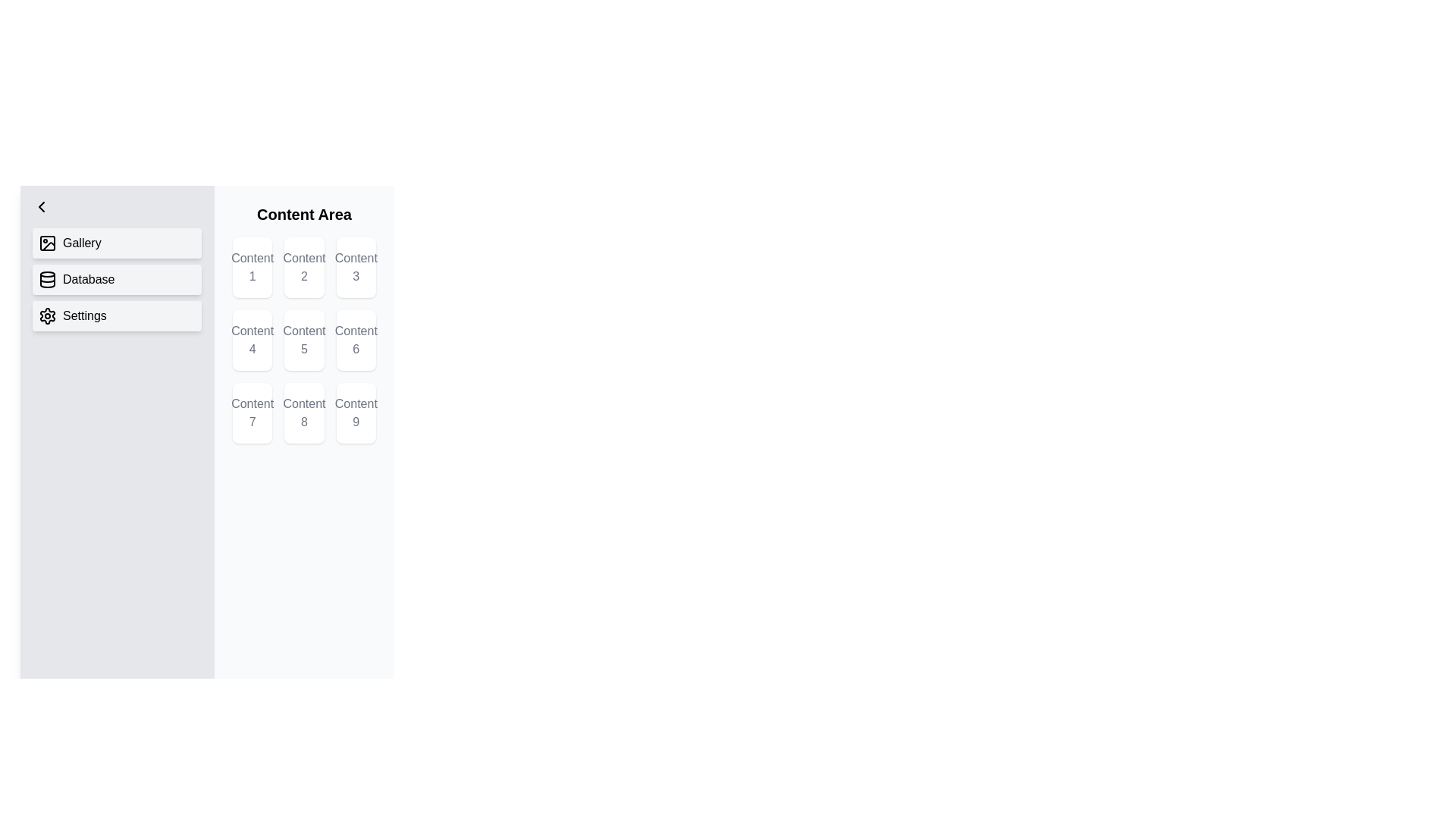 The height and width of the screenshot is (819, 1456). What do you see at coordinates (47, 242) in the screenshot?
I see `the innermost rectangular shape with rounded corners located within the icon depicting an image, situated next to the 'Gallery' text in the side navigation menu` at bounding box center [47, 242].